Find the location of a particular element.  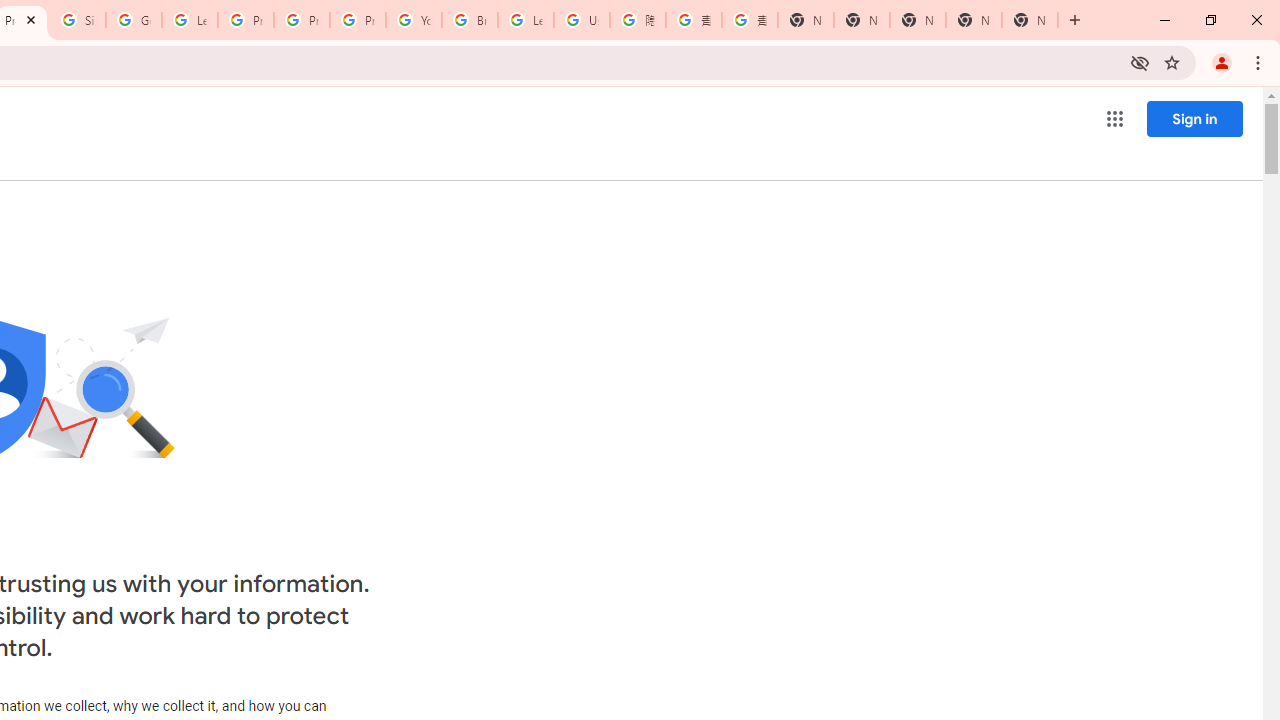

'Privacy Help Center - Policies Help' is located at coordinates (244, 20).